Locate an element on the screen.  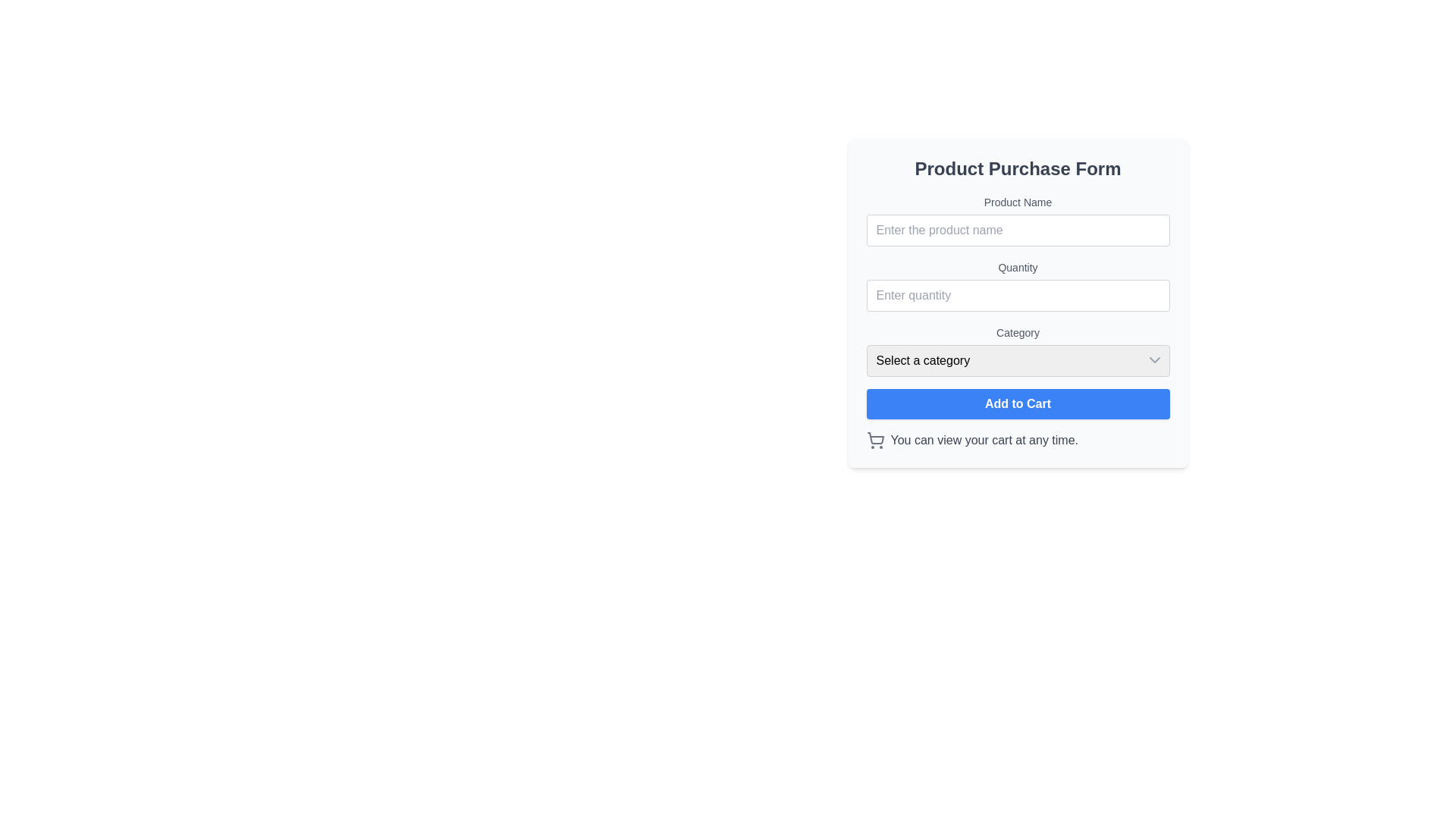
the dropdown indicator icon (an SVG arrow pointing downward, light gray color) located in the upper-right corner of the 'Category' input box is located at coordinates (1153, 359).